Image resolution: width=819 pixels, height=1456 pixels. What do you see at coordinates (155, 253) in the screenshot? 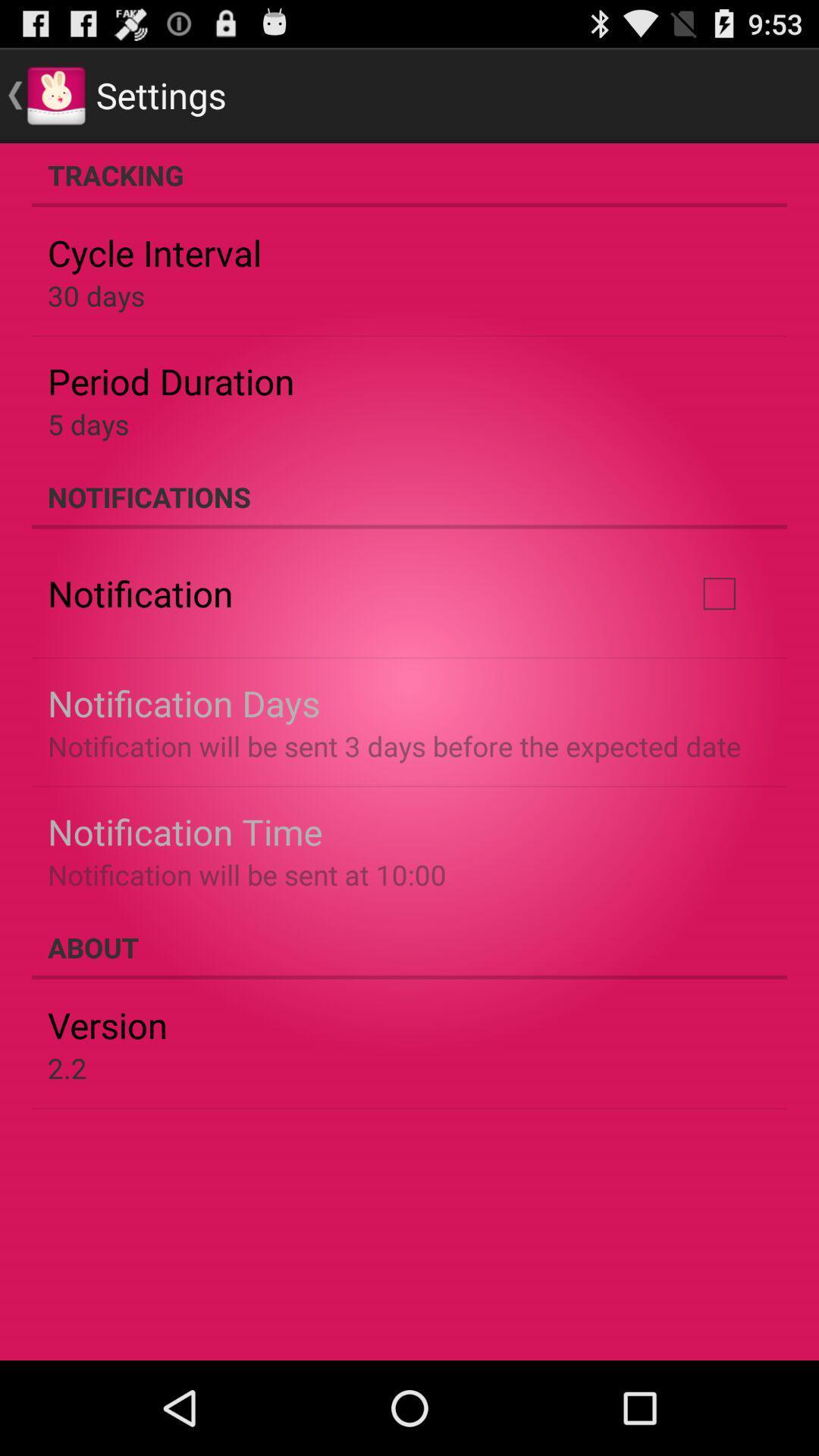
I see `cycle interval icon` at bounding box center [155, 253].